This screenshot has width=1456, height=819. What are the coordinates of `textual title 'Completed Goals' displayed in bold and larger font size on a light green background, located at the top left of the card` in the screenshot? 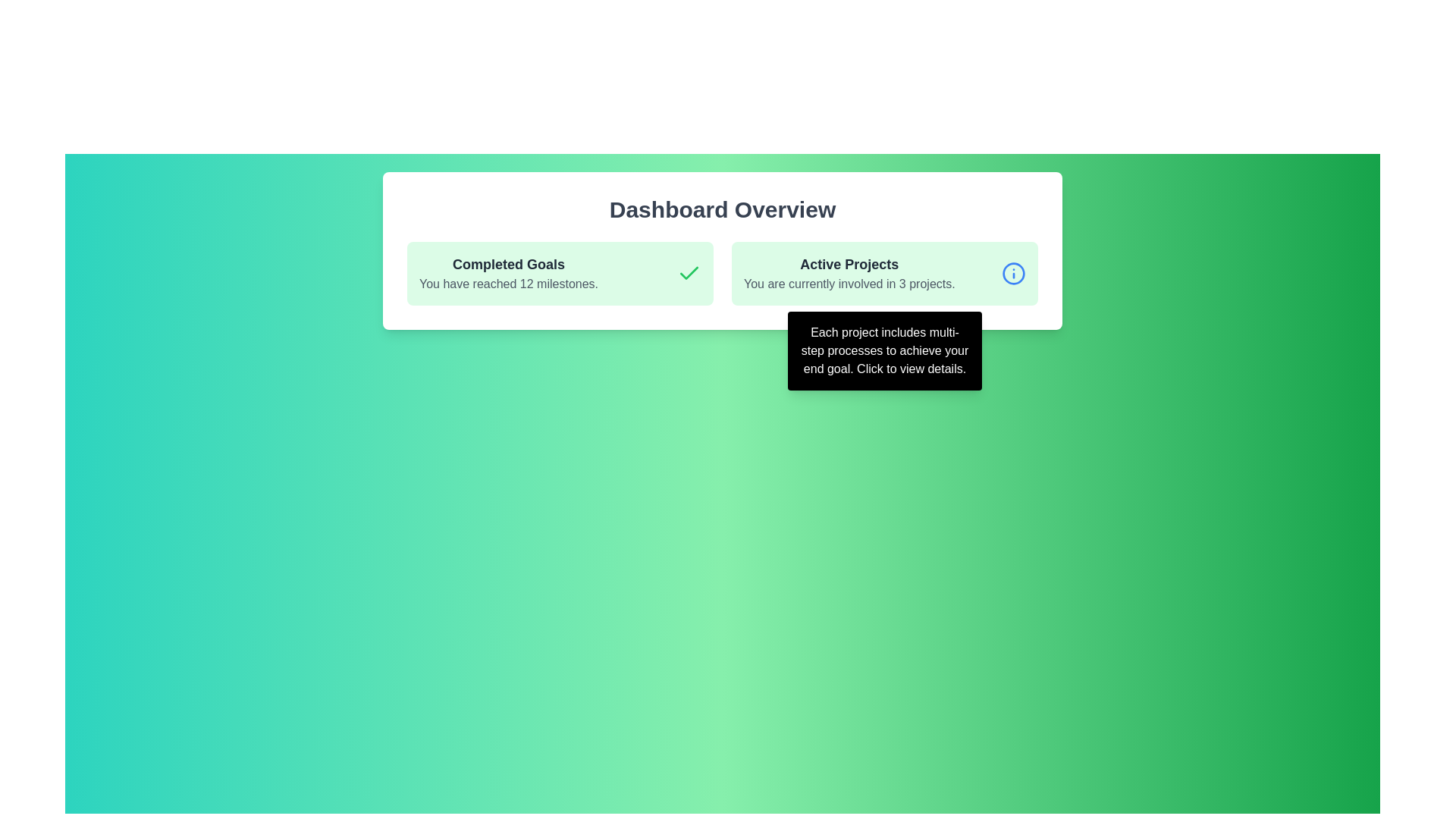 It's located at (509, 263).